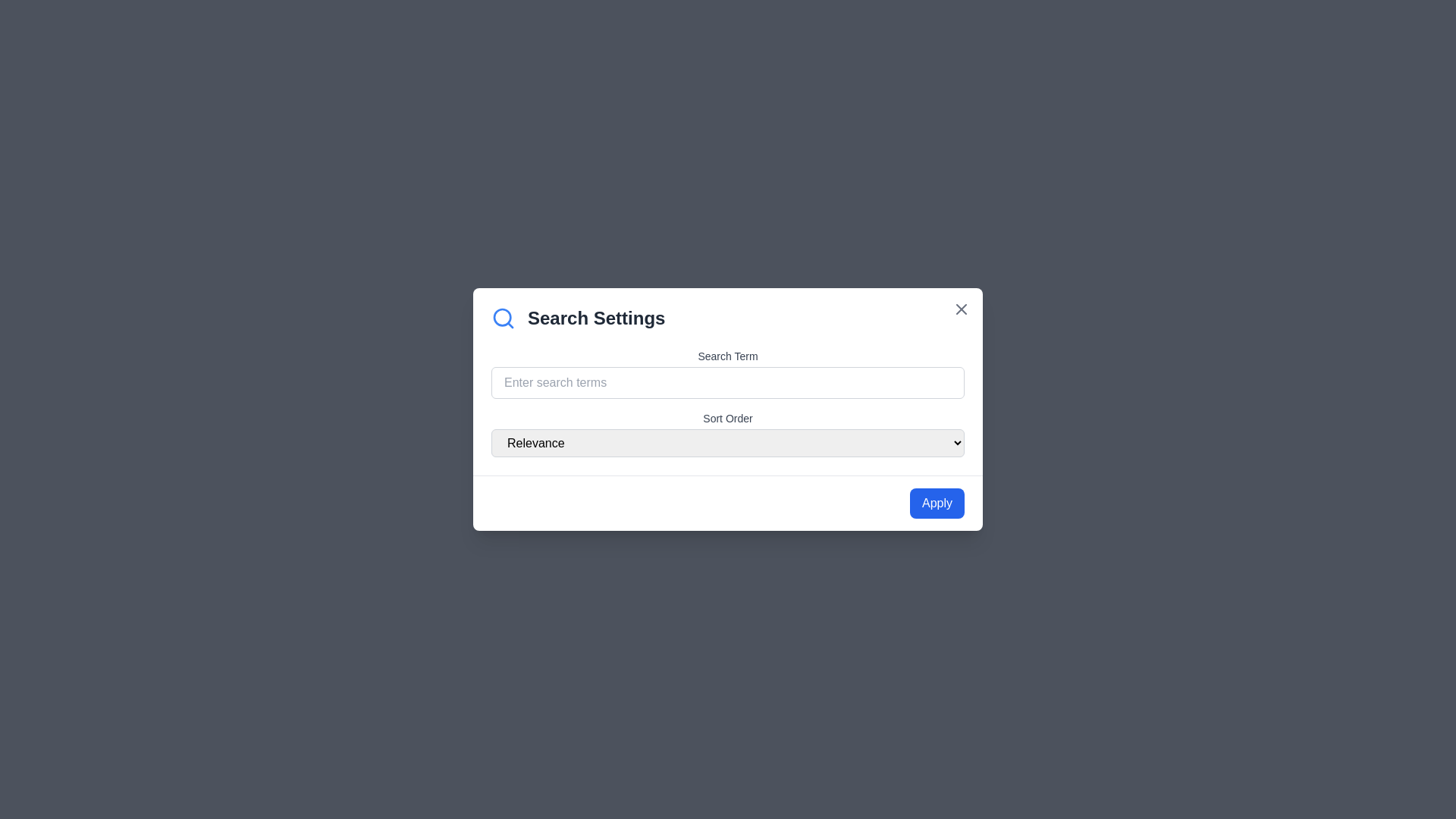  I want to click on the close button located at the top-right corner of the modal dialog, so click(960, 309).